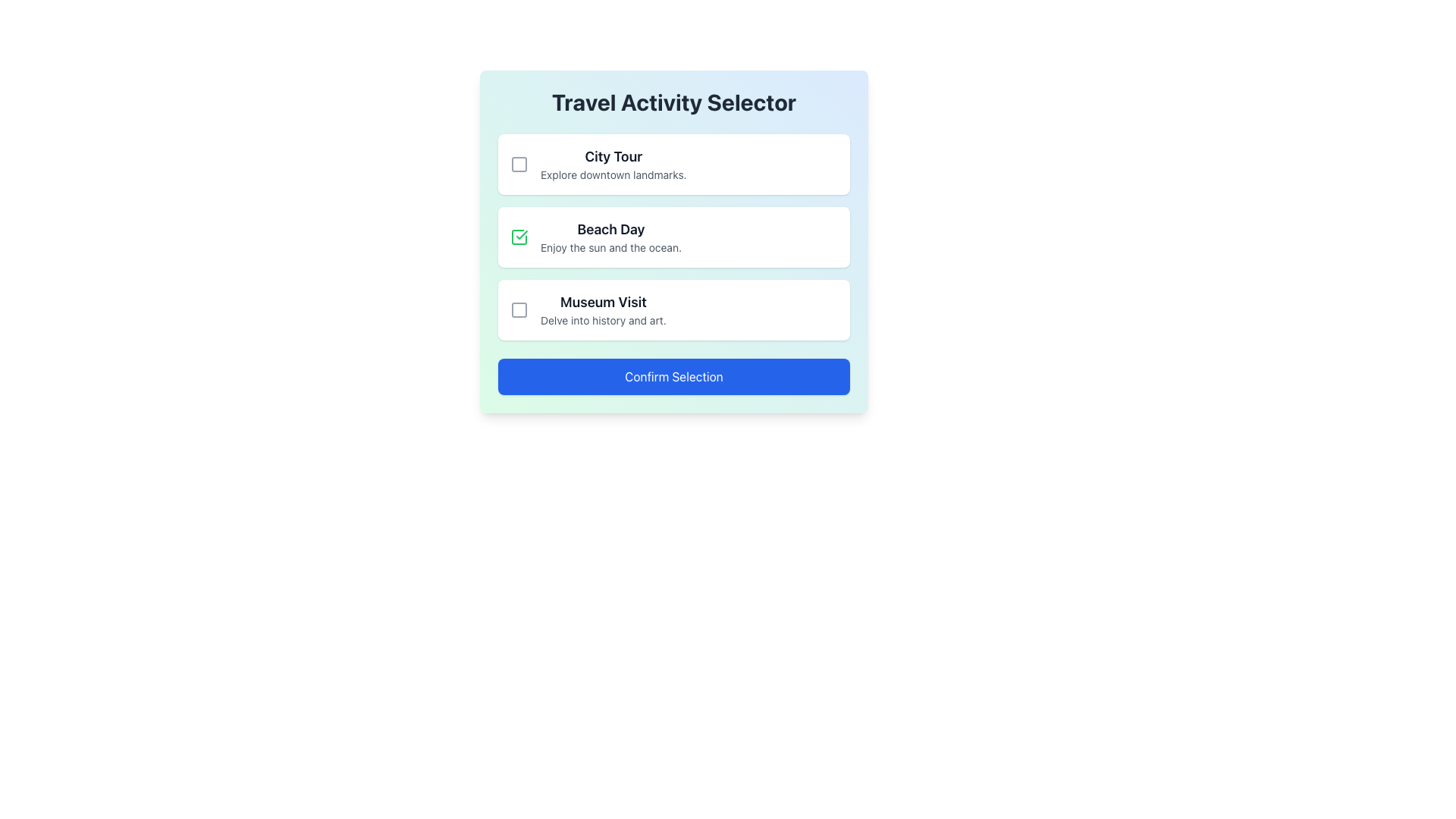 This screenshot has width=1456, height=819. What do you see at coordinates (611, 247) in the screenshot?
I see `the descriptive caption element for the 'Beach Day' option, which is positioned below the 'Beach Day' text in the 'Travel Activity Selector' list` at bounding box center [611, 247].